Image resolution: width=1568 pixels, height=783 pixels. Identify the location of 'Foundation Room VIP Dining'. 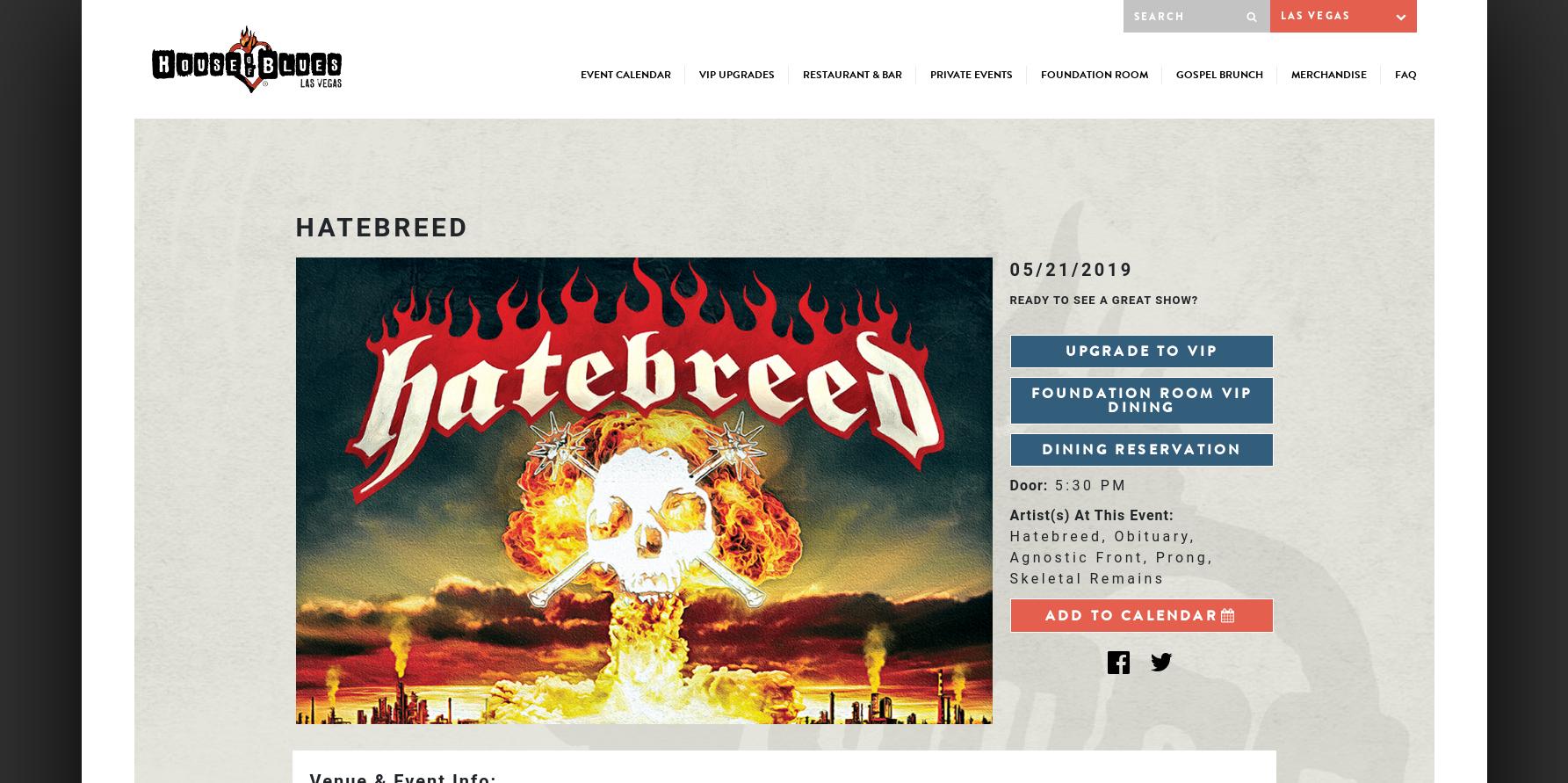
(1140, 399).